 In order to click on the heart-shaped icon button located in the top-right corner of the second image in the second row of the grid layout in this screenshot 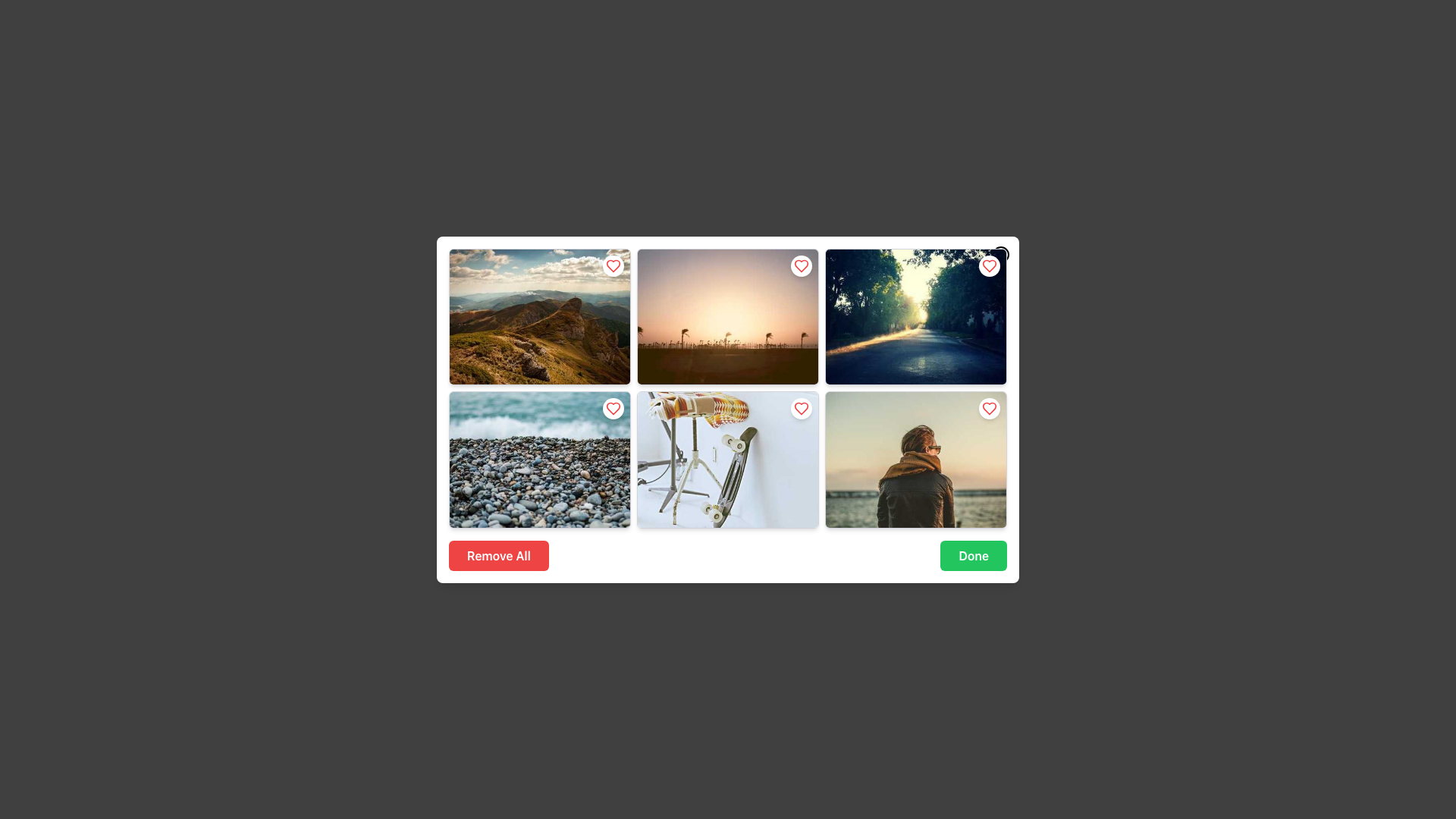, I will do `click(800, 265)`.